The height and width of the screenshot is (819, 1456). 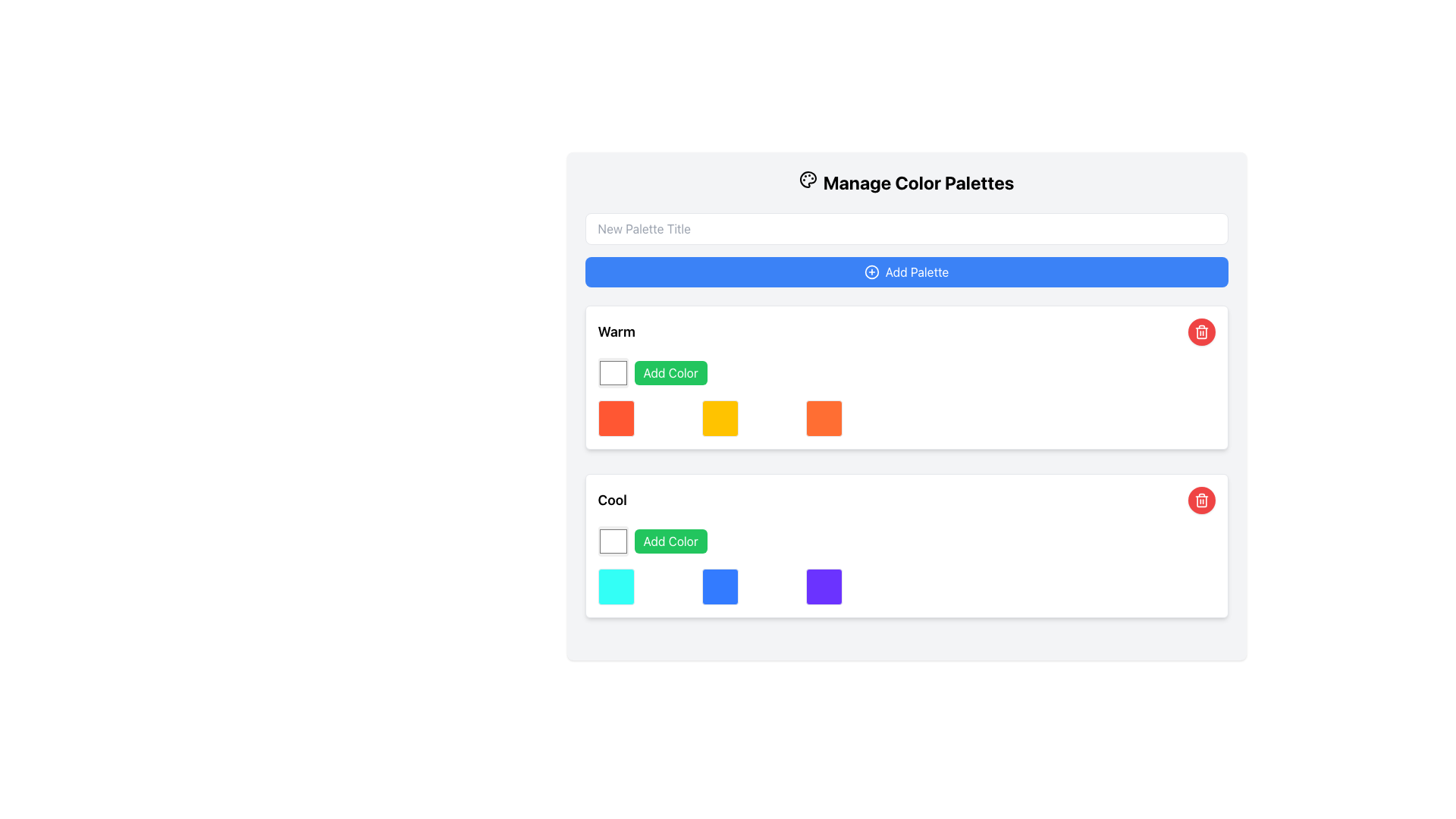 I want to click on the delete button icon for the 'Cool' palette, which features a red circular background and a trash can icon, located on the right side of the section header, so click(x=1200, y=331).